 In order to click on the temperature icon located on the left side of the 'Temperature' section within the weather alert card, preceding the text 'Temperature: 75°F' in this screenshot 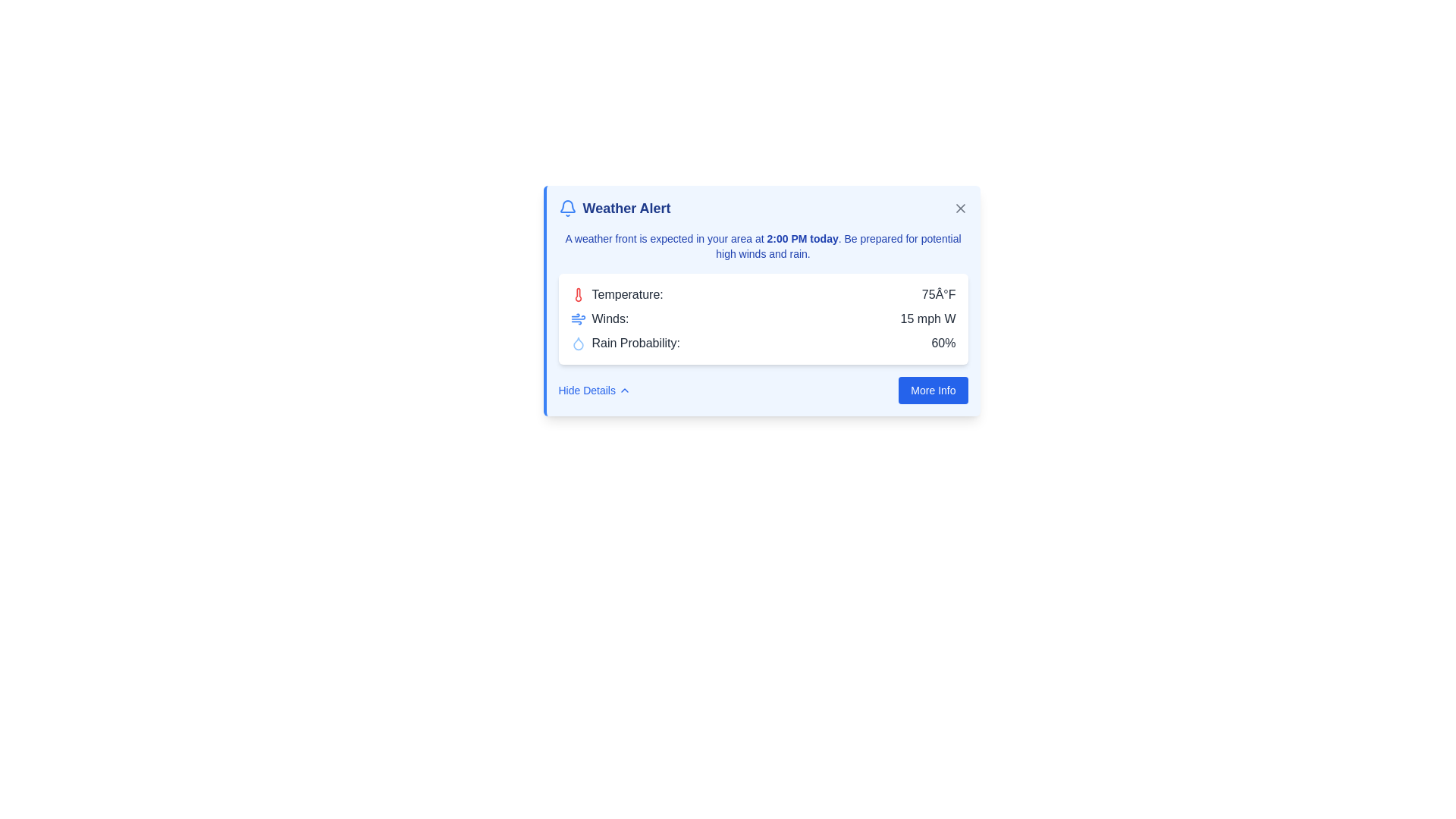, I will do `click(577, 295)`.